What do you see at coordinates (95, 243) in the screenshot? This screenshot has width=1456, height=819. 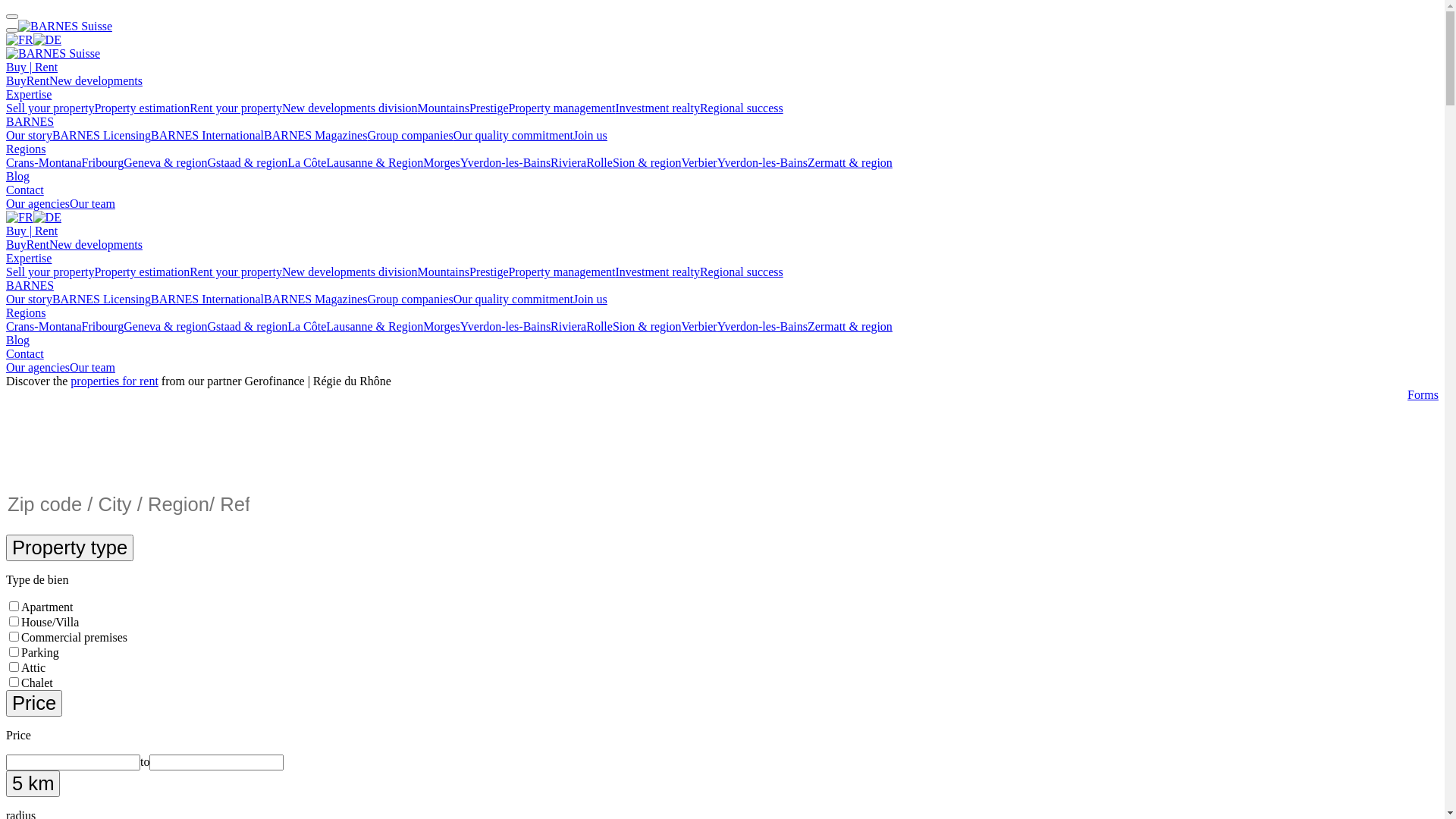 I see `'New developments'` at bounding box center [95, 243].